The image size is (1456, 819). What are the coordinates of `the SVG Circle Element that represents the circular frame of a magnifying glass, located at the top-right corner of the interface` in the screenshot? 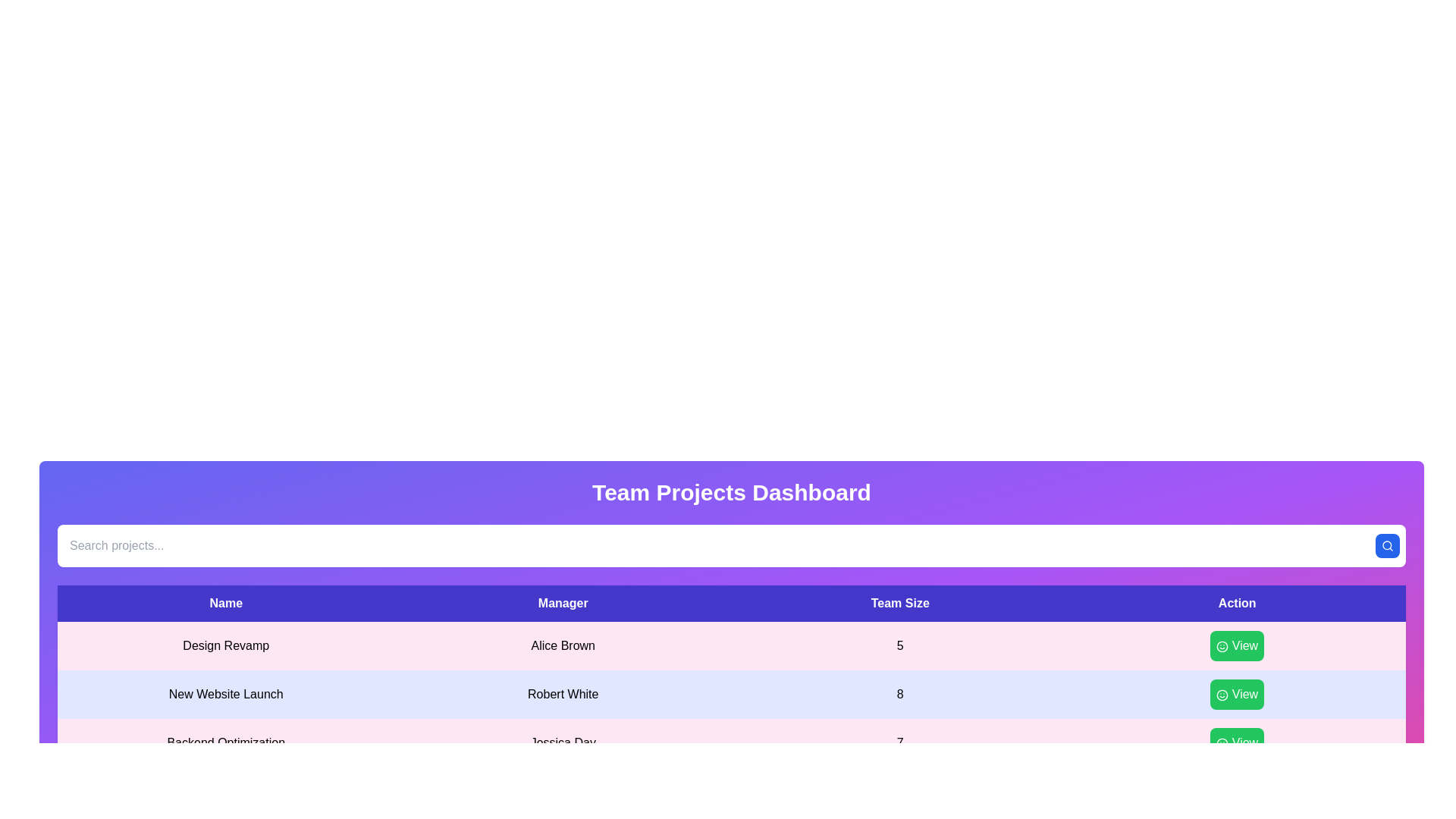 It's located at (1387, 544).